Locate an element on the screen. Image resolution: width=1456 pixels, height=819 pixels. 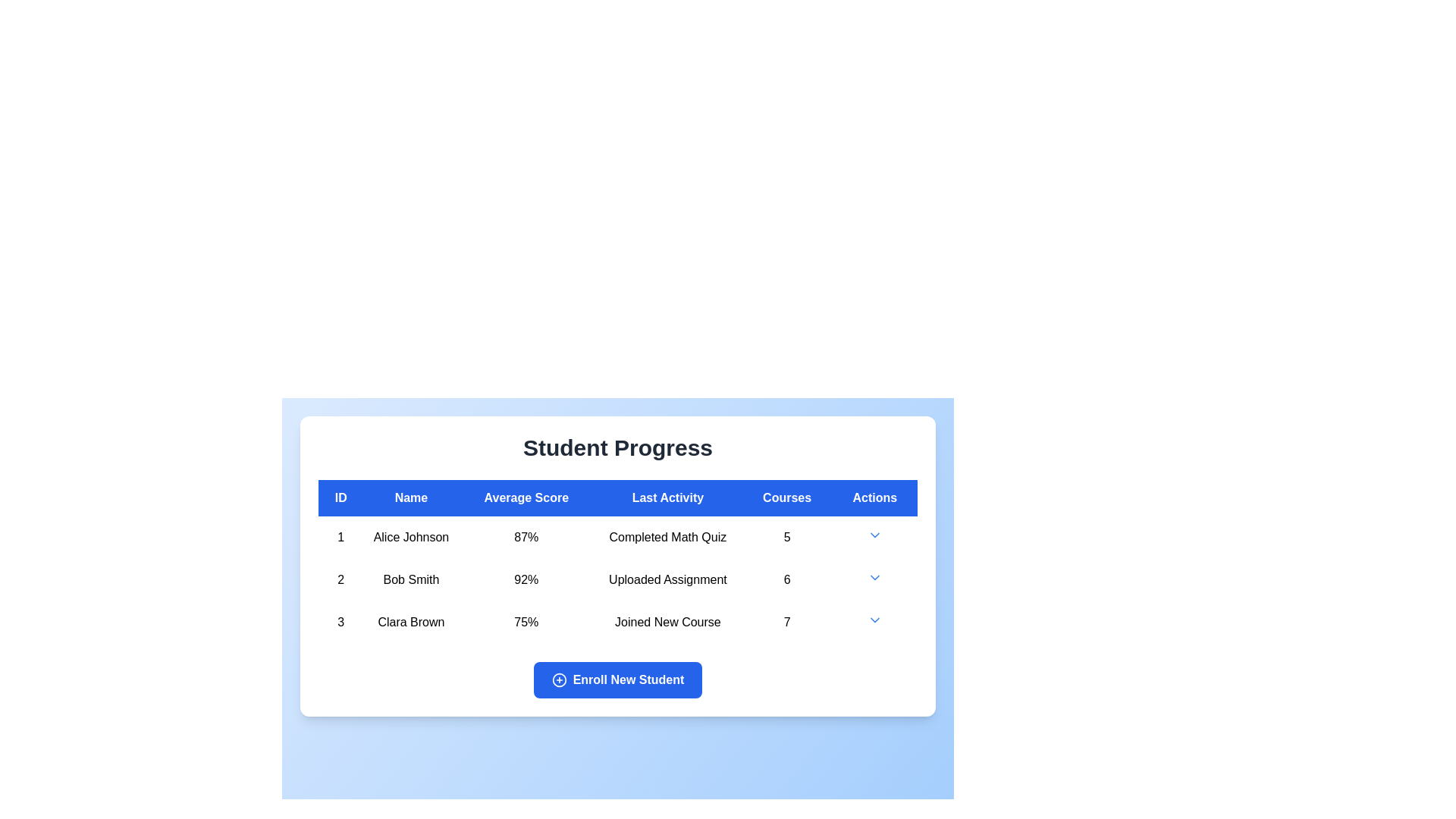
the 'Actions' table header cell, which displays the text 'Actions' in white on a blue background is located at coordinates (874, 497).